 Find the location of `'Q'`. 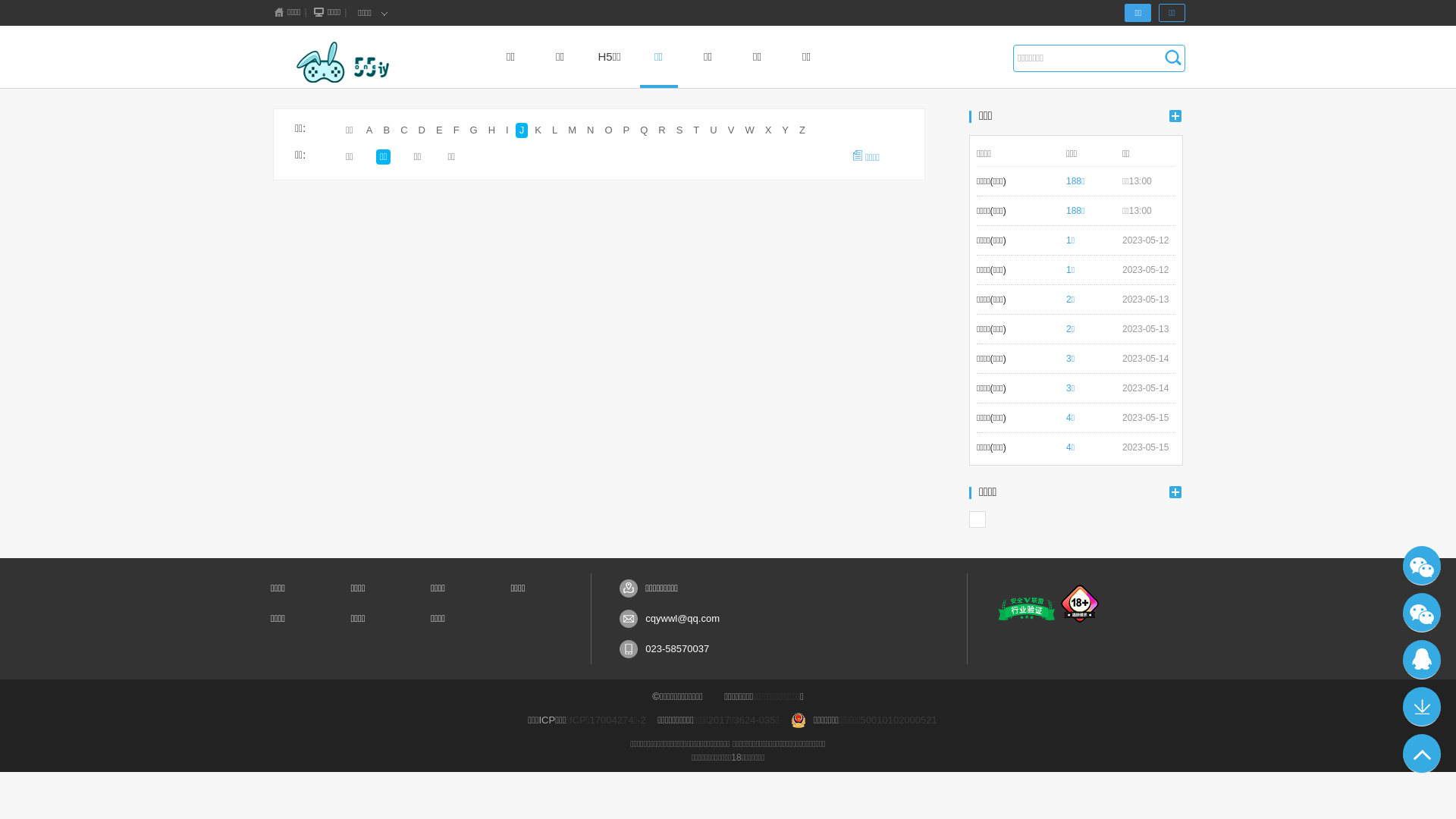

'Q' is located at coordinates (644, 130).